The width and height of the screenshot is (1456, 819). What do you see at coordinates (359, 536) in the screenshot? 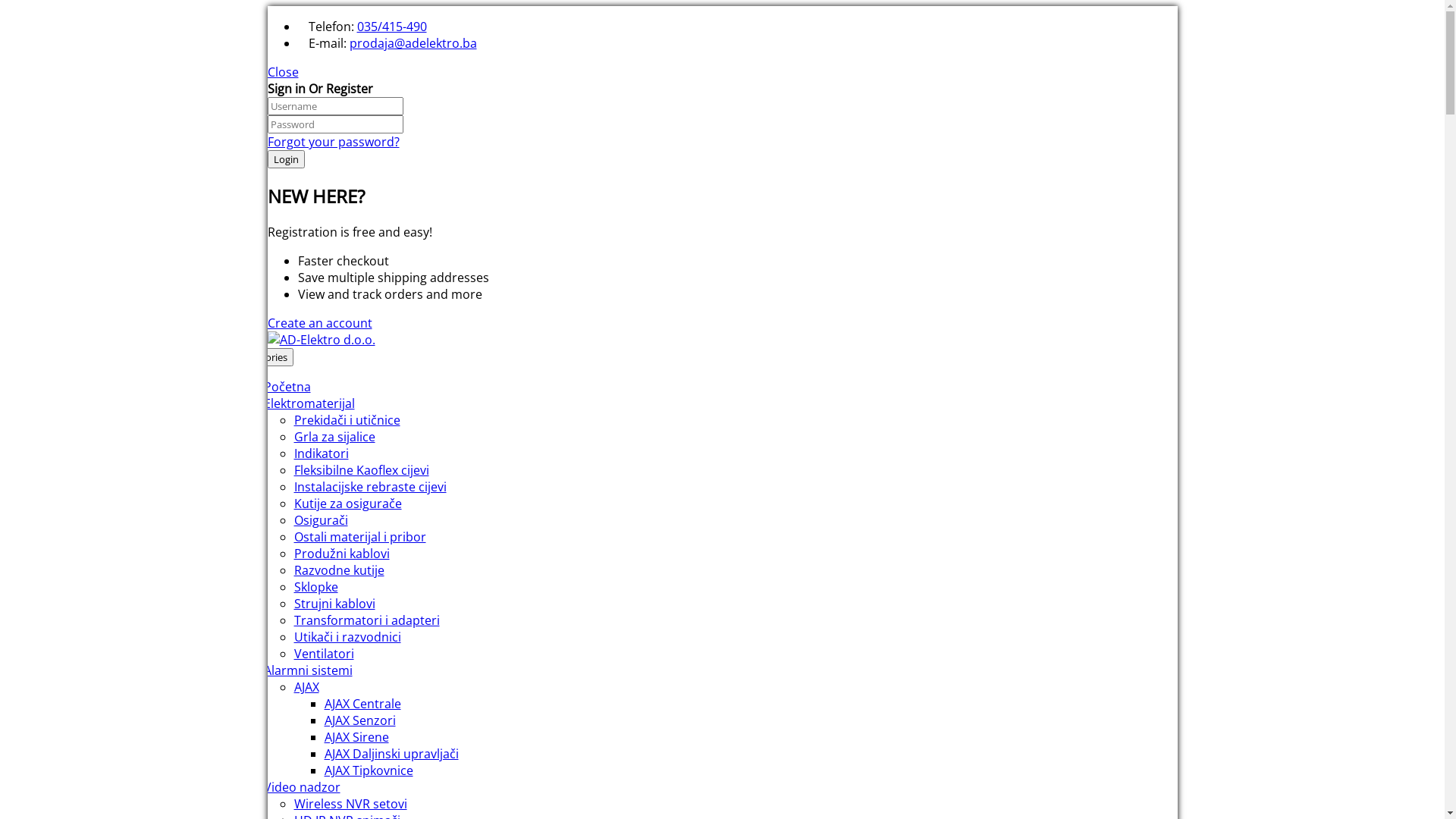
I see `'Ostali materijal i pribor'` at bounding box center [359, 536].